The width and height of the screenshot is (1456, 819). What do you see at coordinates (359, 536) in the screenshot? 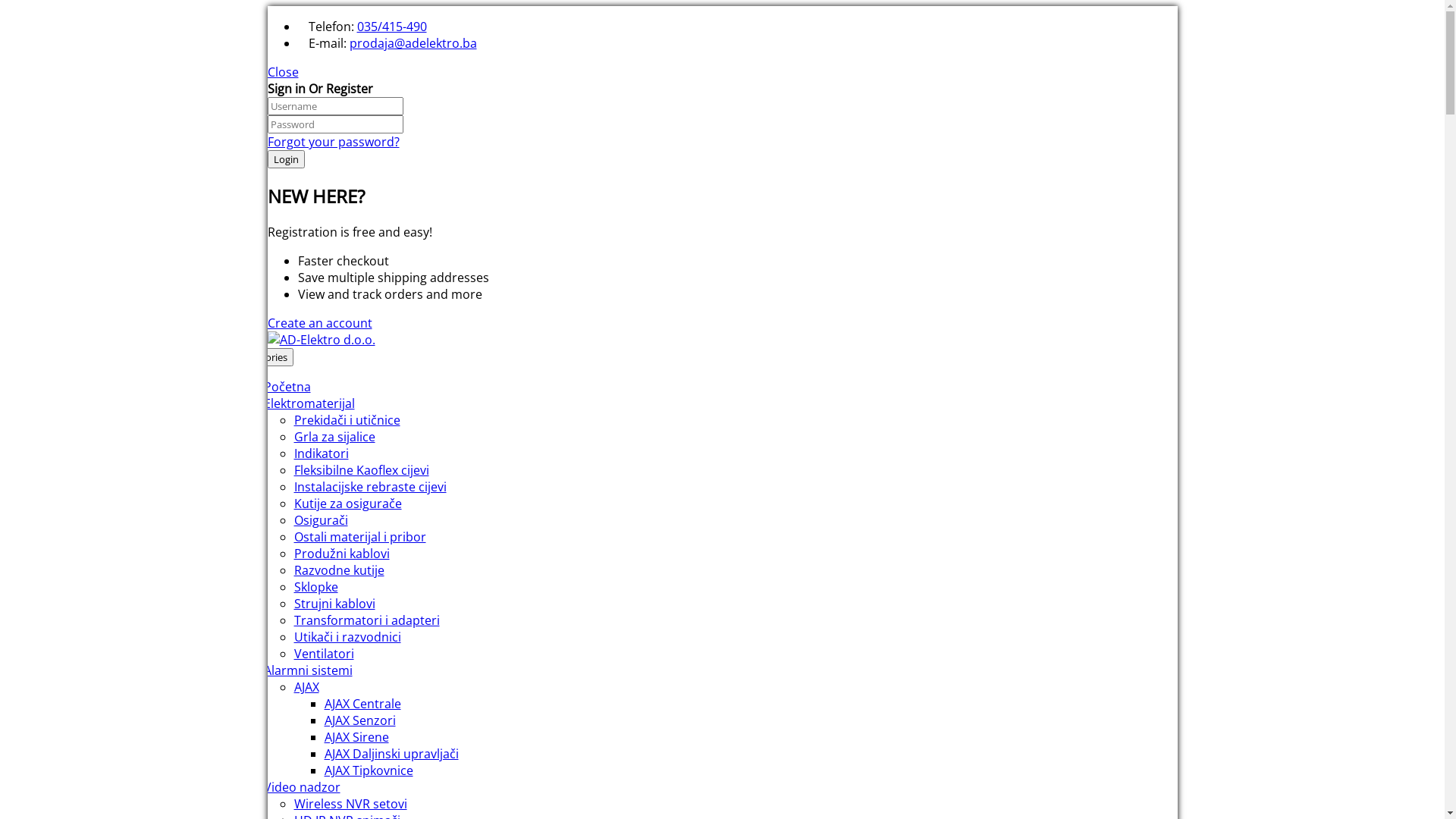
I see `'Ostali materijal i pribor'` at bounding box center [359, 536].